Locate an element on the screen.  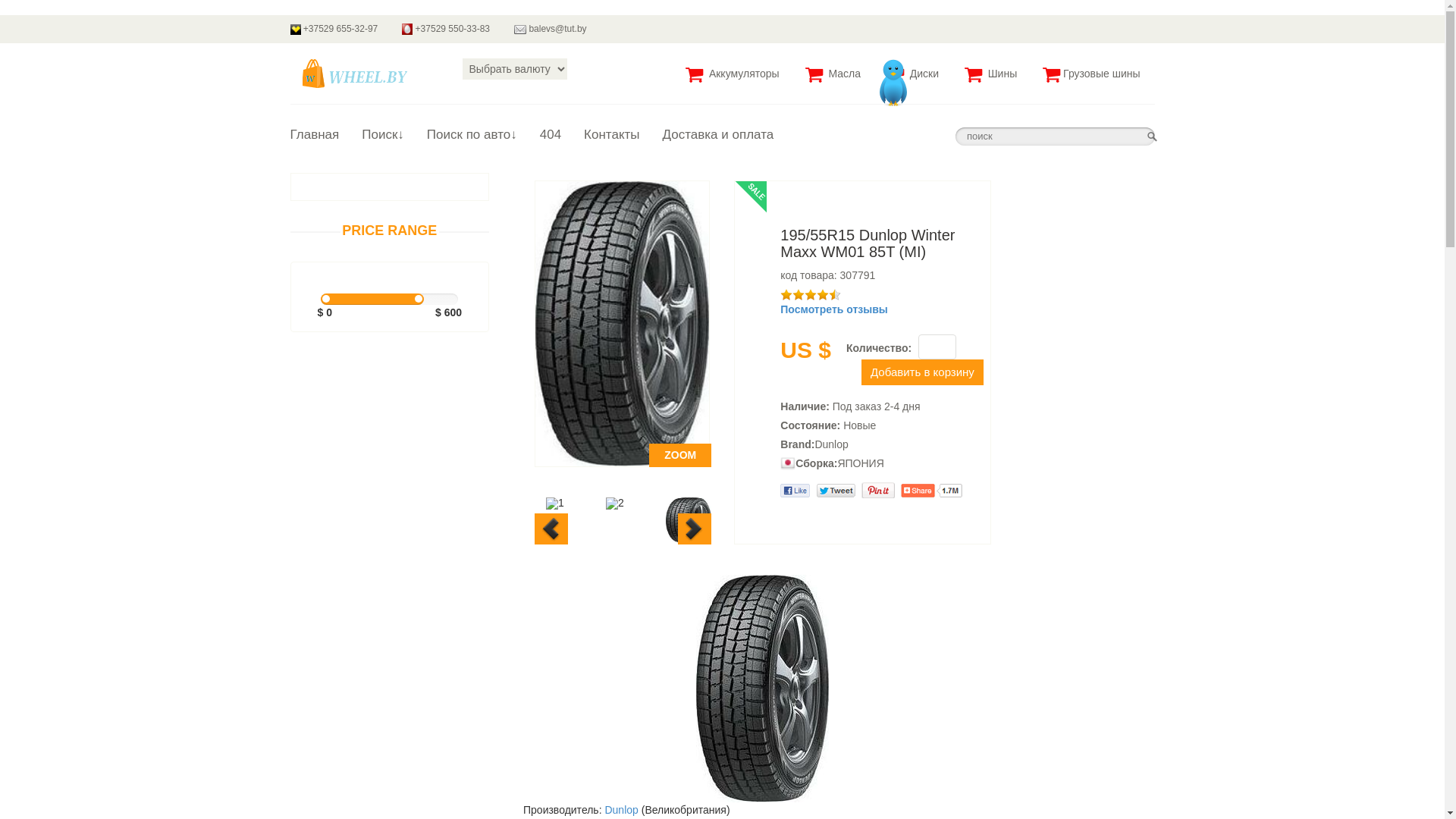
' balevs@tut.by' is located at coordinates (502, 29).